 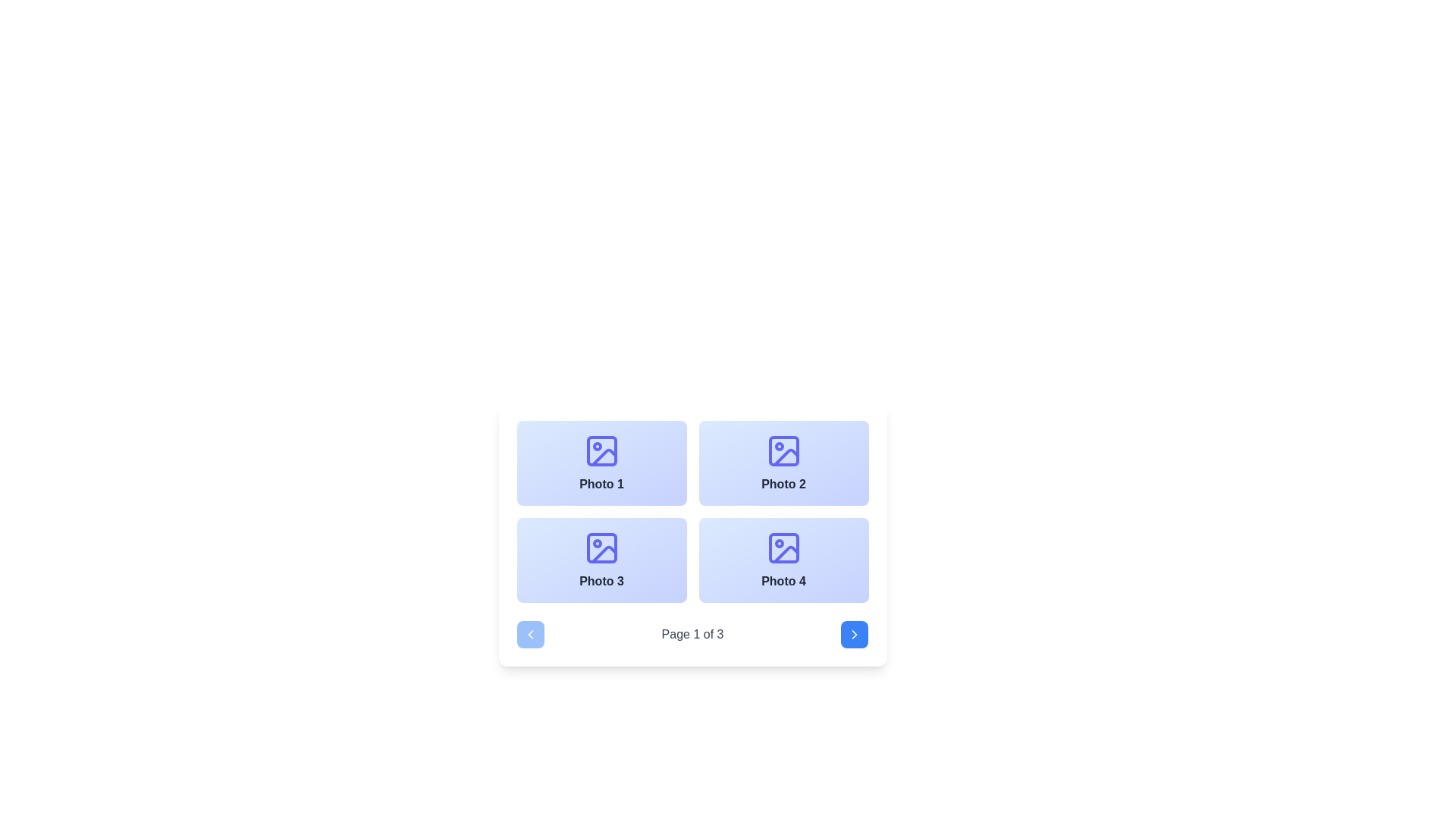 I want to click on the pagination label that provides information about the current page and total number of pages, located at the bottom center between the 'previous' and 'next' buttons, so click(x=692, y=635).